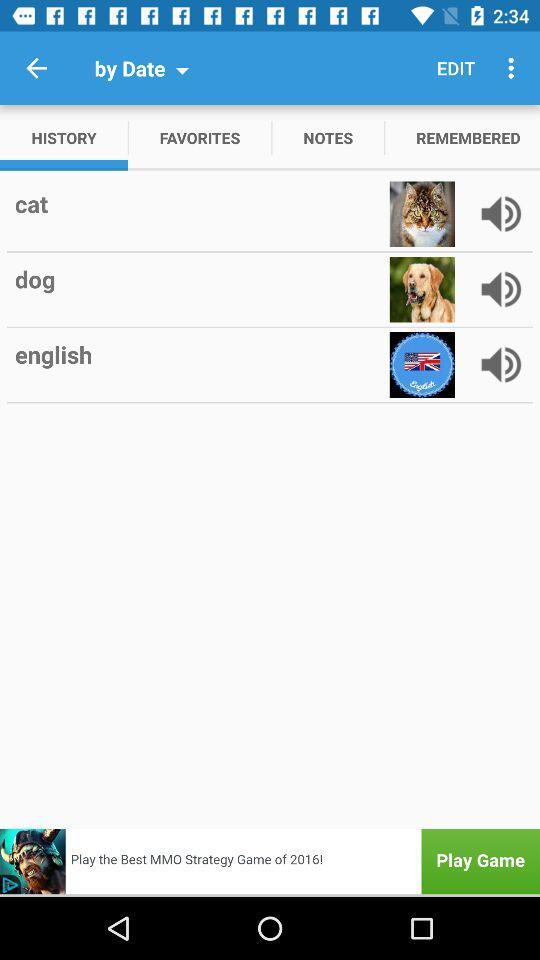  I want to click on the dog icon, so click(200, 278).